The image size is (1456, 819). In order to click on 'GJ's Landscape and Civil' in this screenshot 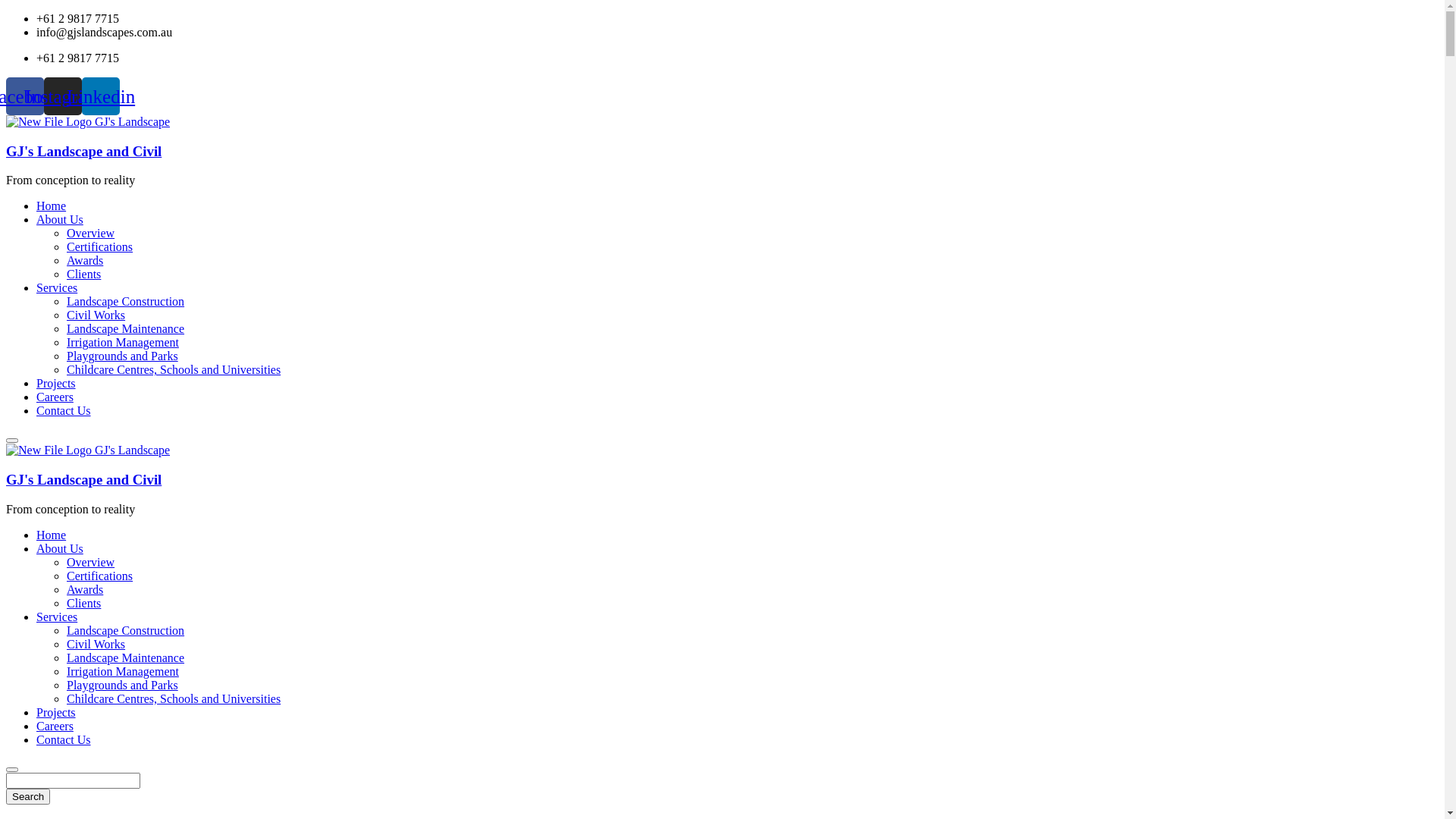, I will do `click(86, 121)`.